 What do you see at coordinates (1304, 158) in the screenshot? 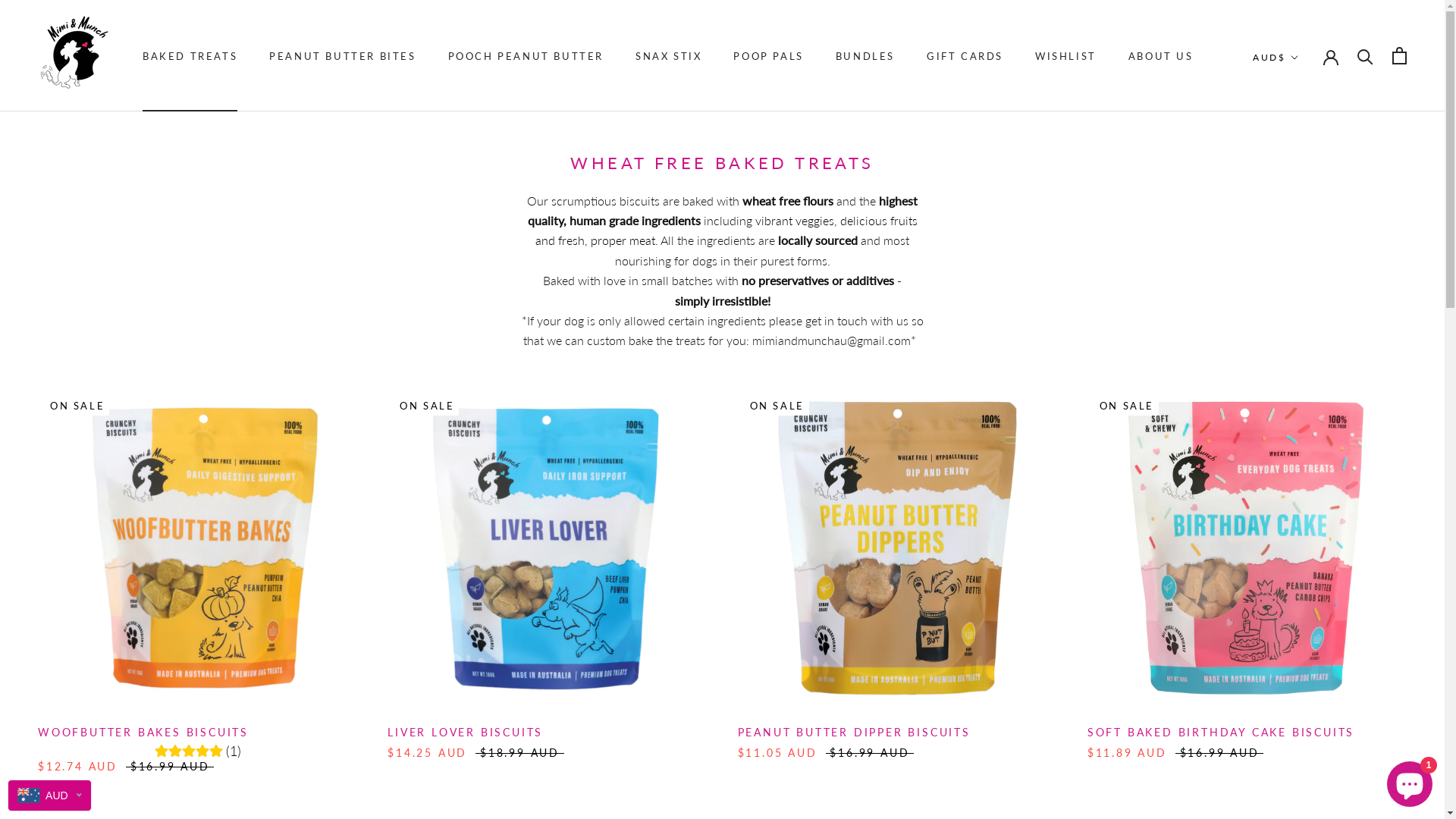
I see `'AMD'` at bounding box center [1304, 158].